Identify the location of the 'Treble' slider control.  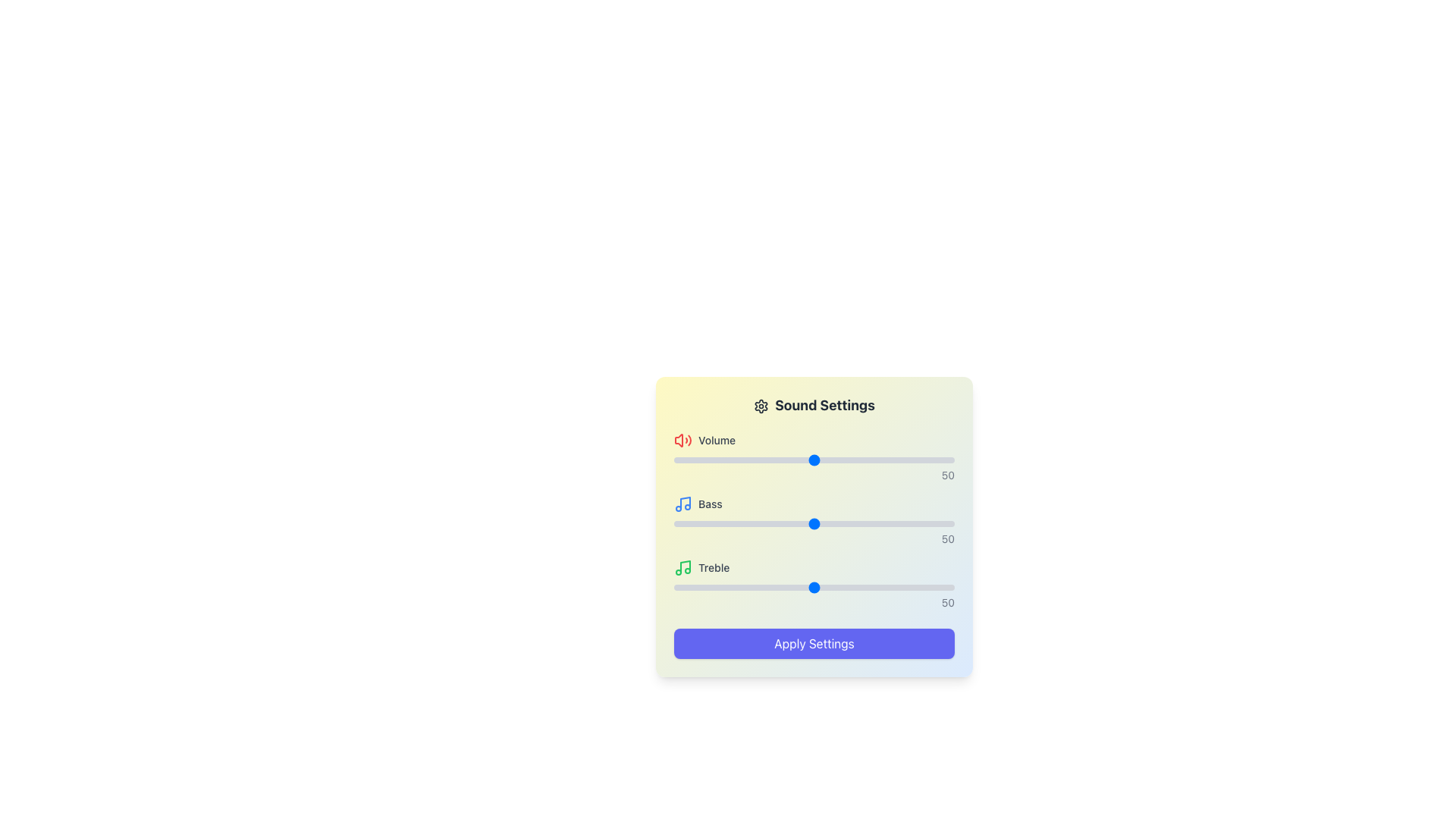
(814, 584).